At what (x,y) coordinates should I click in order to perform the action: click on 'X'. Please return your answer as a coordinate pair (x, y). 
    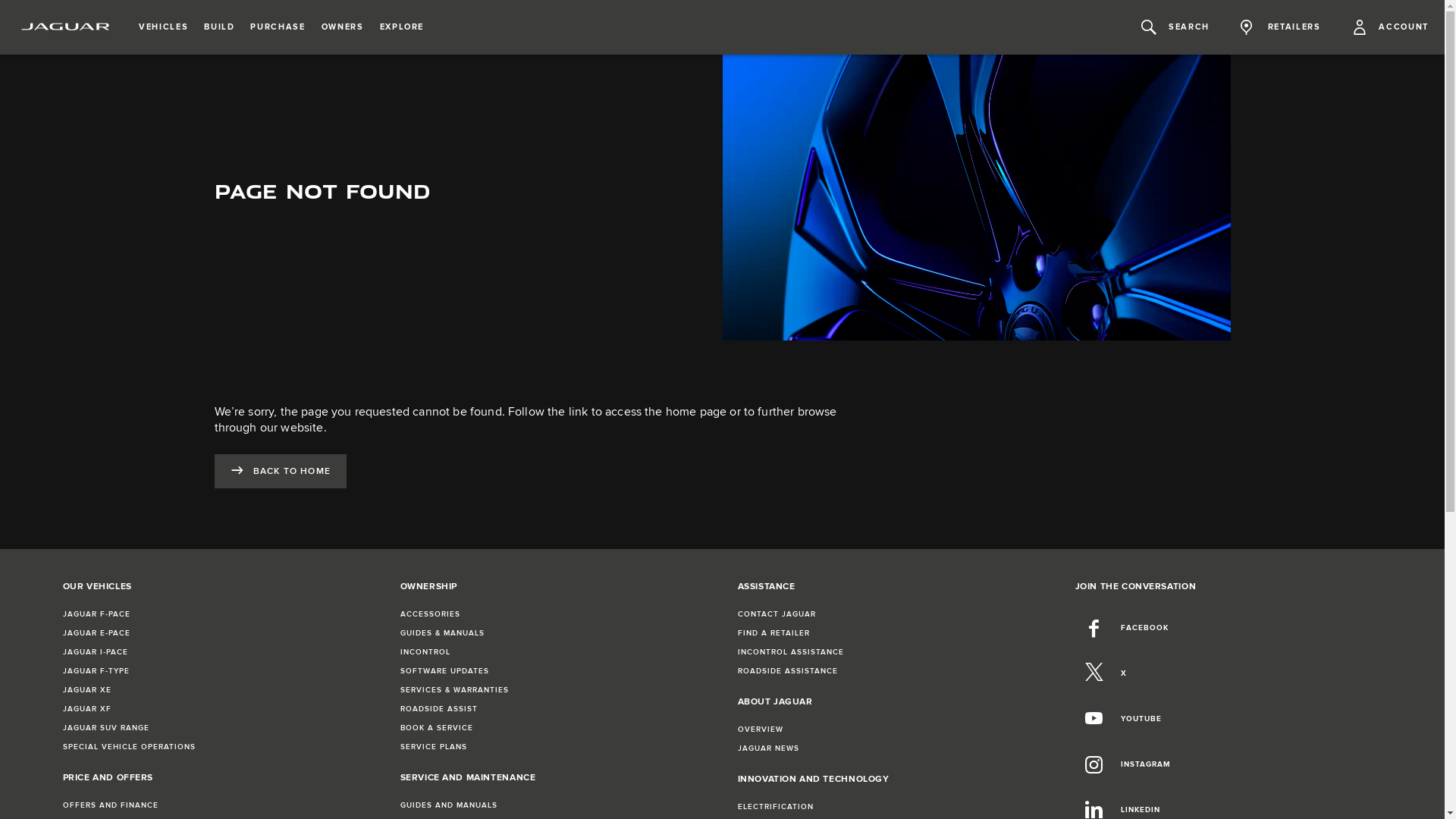
    Looking at the image, I should click on (1100, 672).